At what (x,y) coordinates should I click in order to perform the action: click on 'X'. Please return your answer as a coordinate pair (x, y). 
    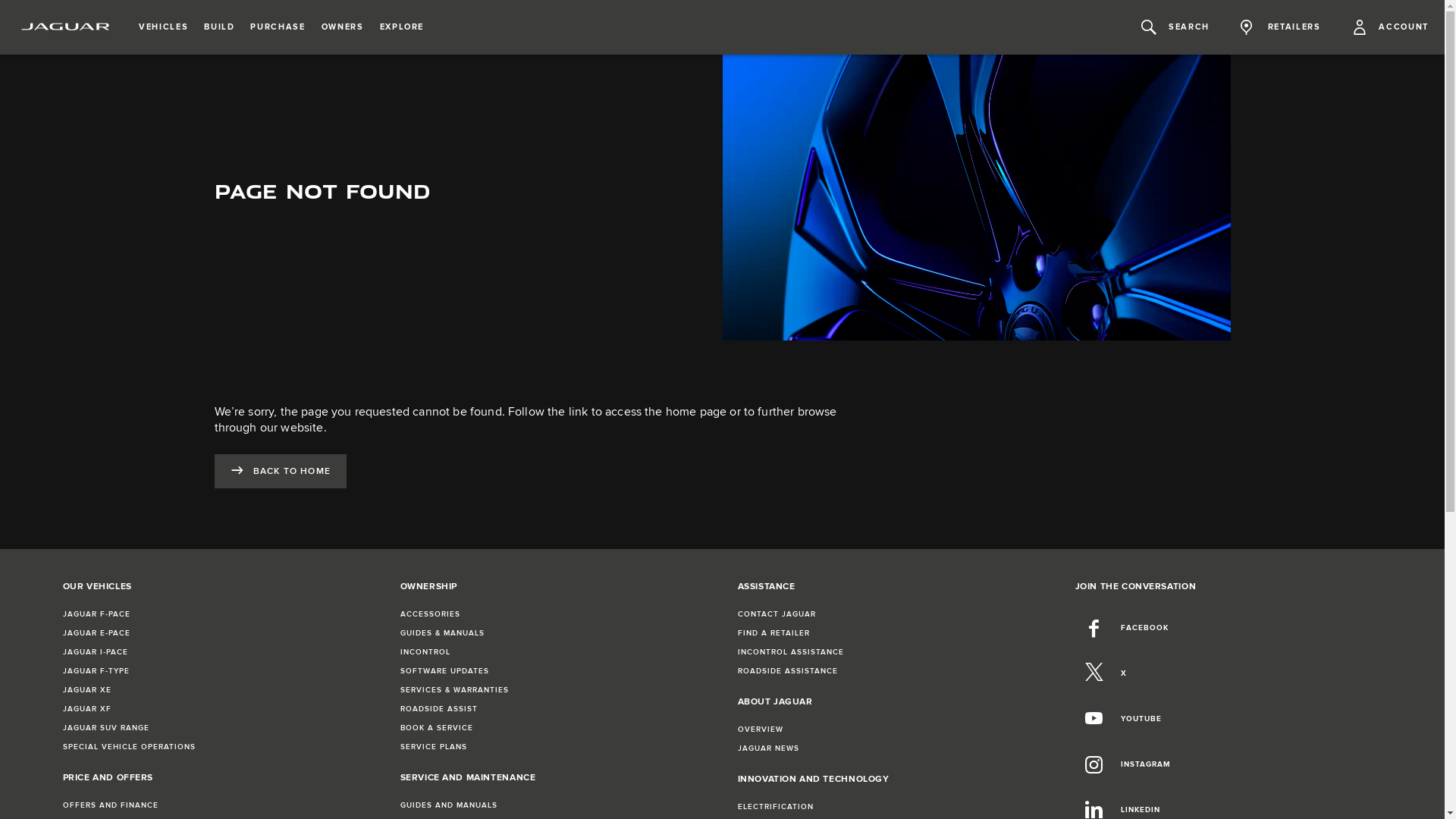
    Looking at the image, I should click on (1100, 672).